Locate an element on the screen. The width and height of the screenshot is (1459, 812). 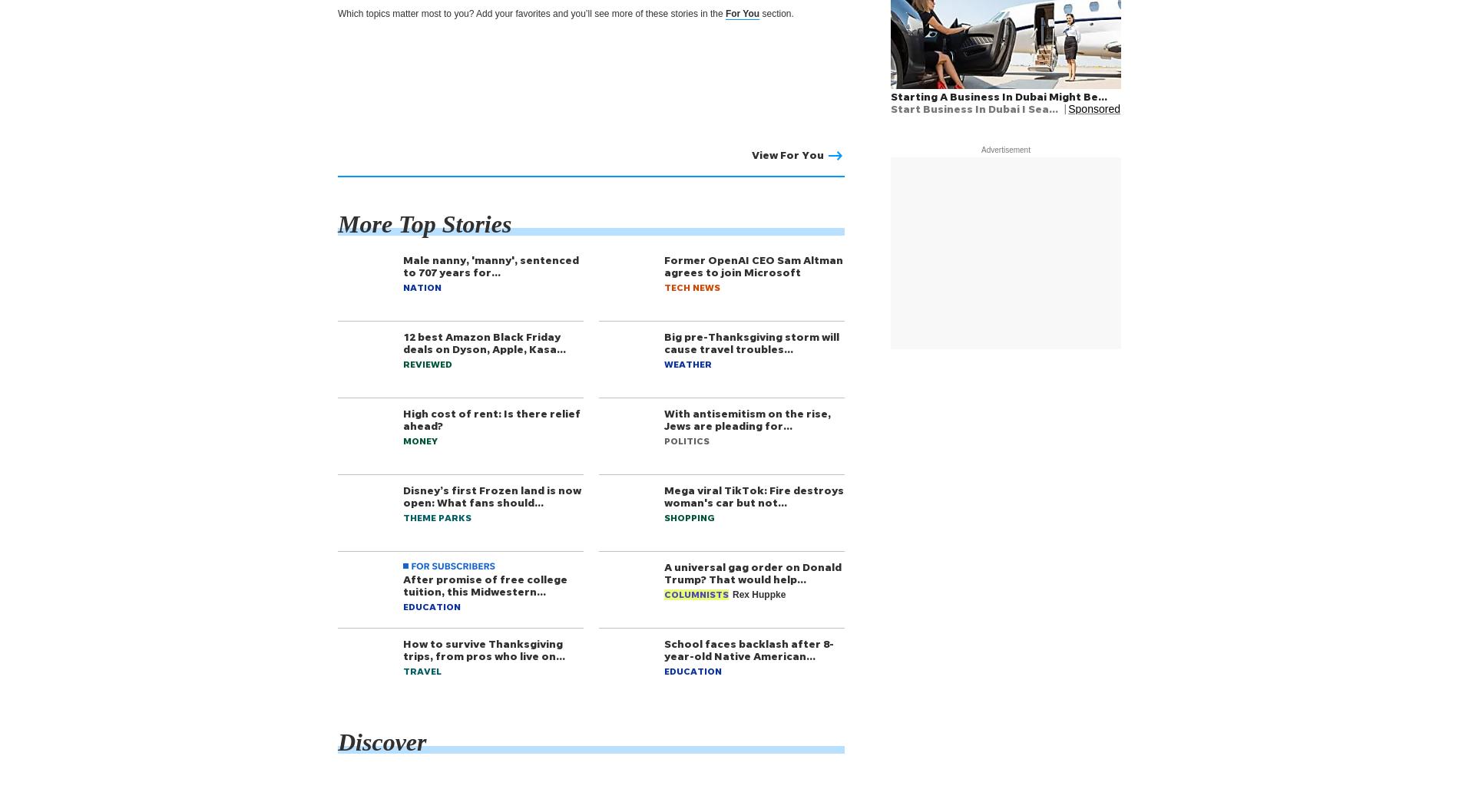
'How to survive Thanksgiving trips, from pros who live on…' is located at coordinates (484, 649).